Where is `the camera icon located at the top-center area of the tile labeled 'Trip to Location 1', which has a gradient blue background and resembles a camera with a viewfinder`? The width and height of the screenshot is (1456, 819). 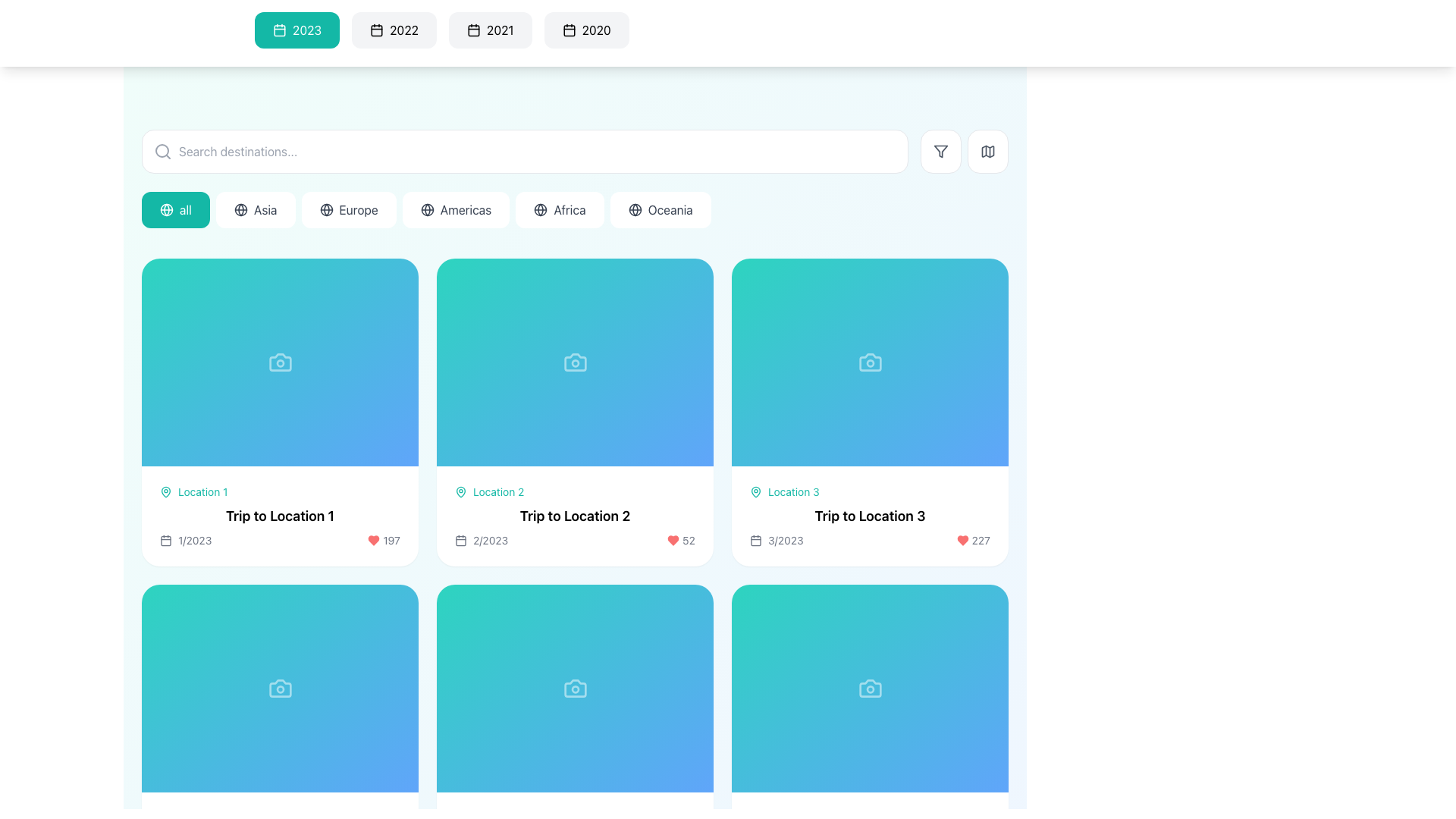
the camera icon located at the top-center area of the tile labeled 'Trip to Location 1', which has a gradient blue background and resembles a camera with a viewfinder is located at coordinates (280, 362).